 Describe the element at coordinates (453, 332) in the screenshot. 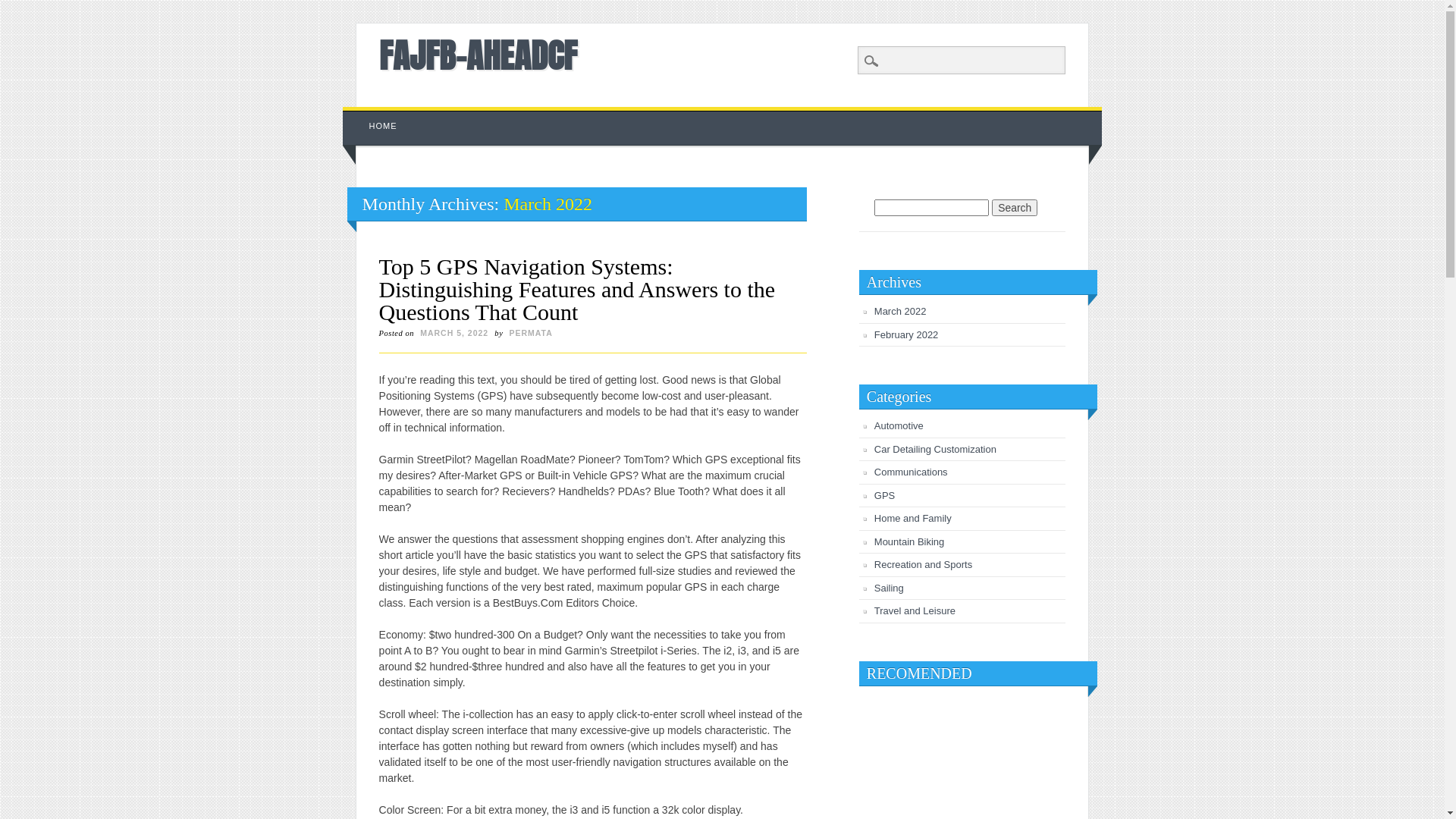

I see `'MARCH 5, 2022'` at that location.